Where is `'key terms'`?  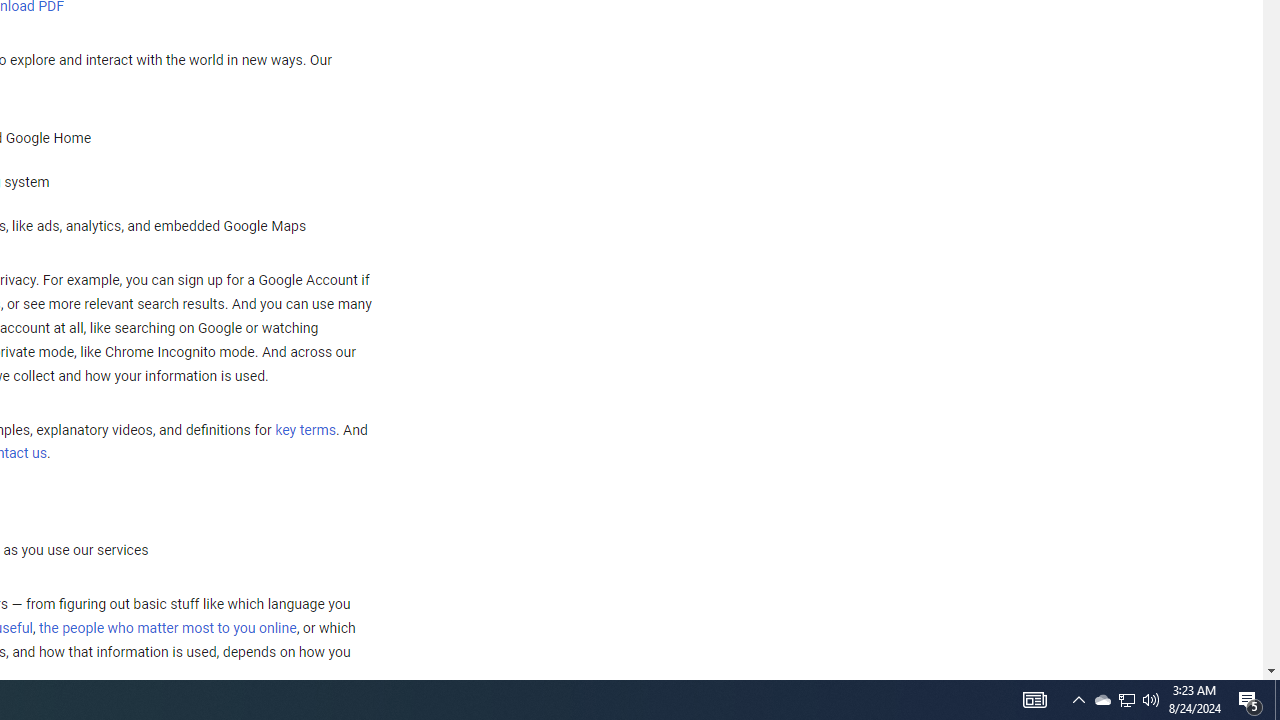
'key terms' is located at coordinates (304, 429).